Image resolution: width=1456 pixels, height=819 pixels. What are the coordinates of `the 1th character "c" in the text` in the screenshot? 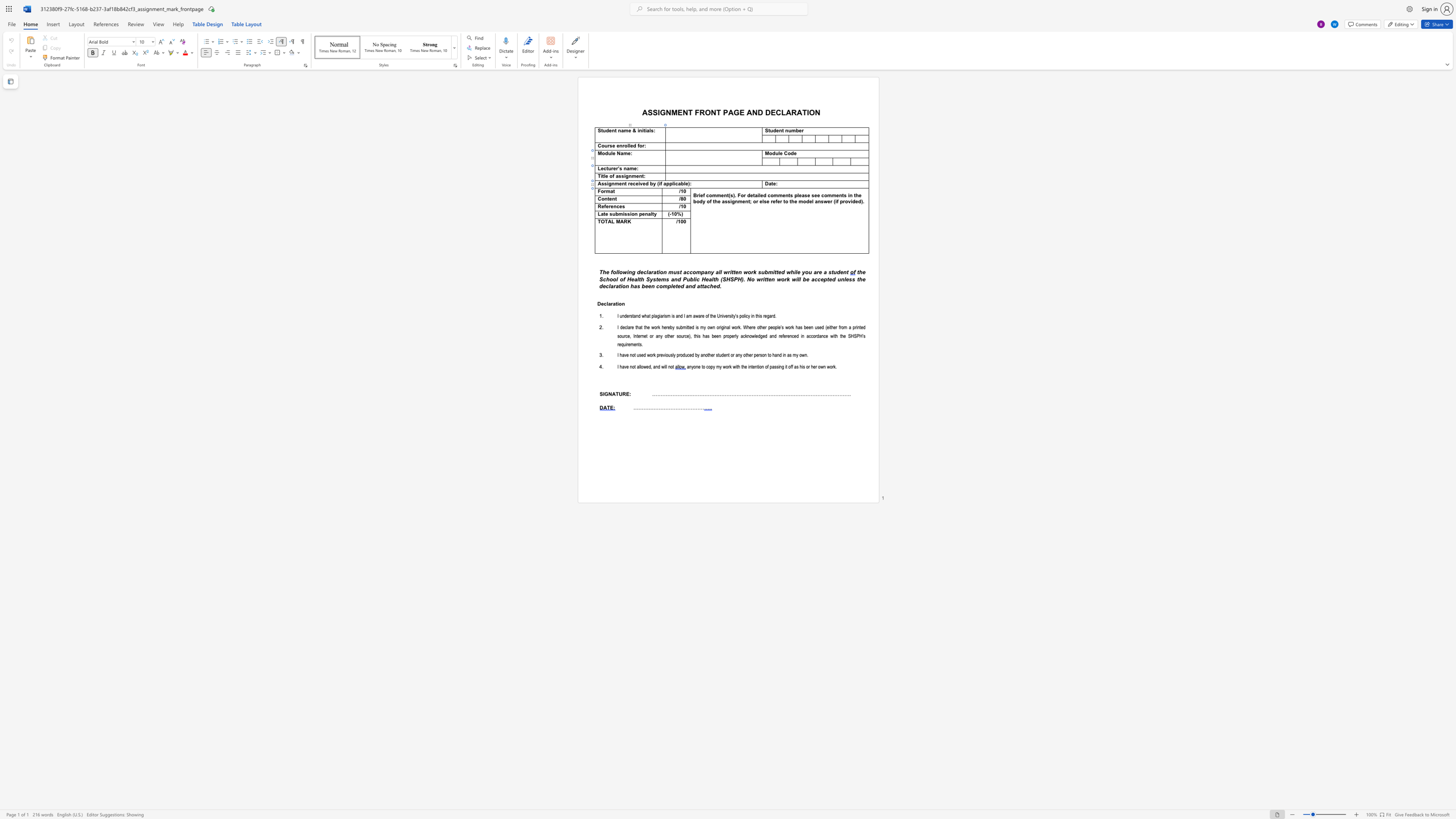 It's located at (617, 206).